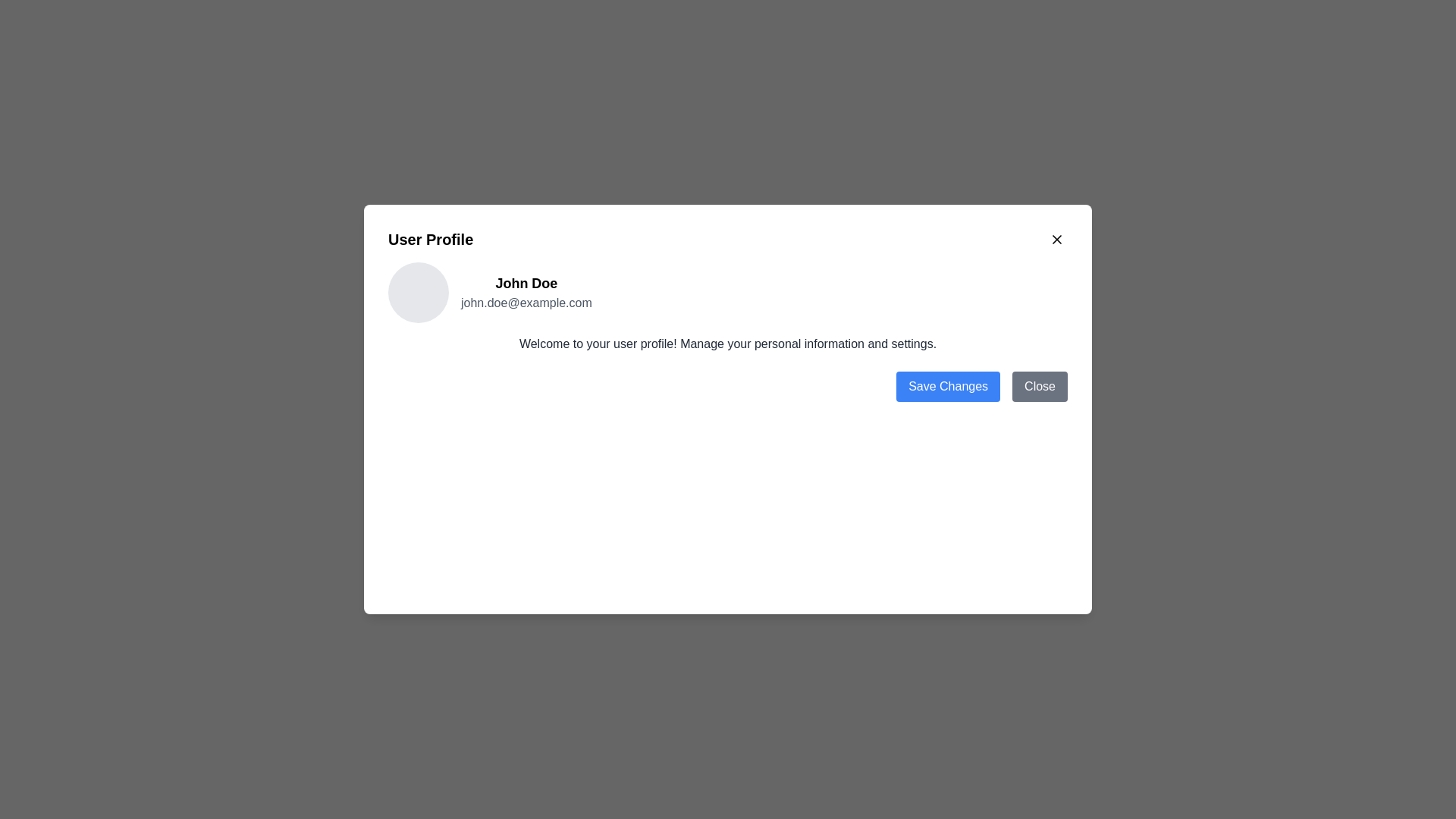 This screenshot has width=1456, height=819. I want to click on the text block that displays the message 'Welcome to your user profile! Manage your personal information and settings.', so click(728, 344).